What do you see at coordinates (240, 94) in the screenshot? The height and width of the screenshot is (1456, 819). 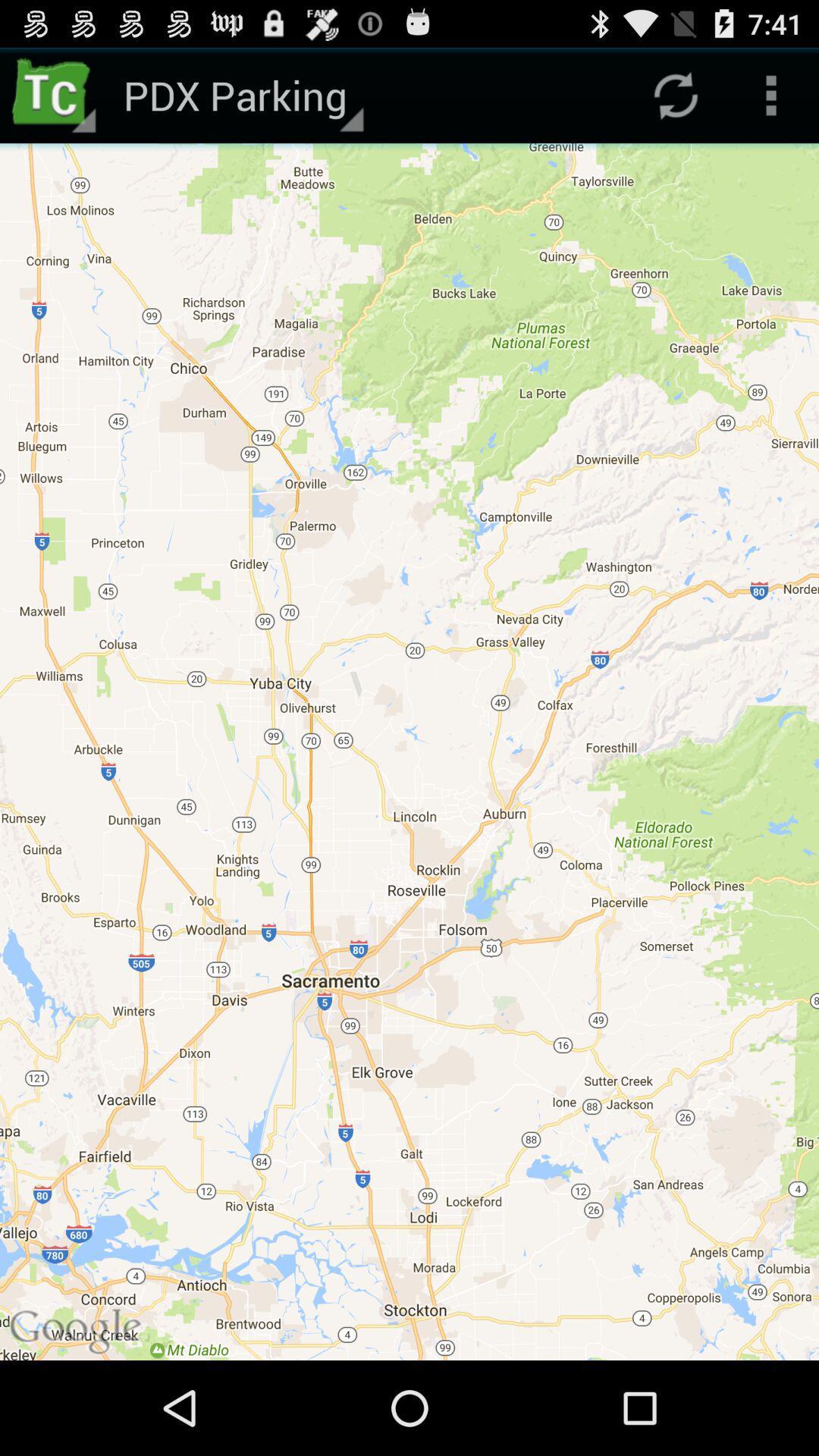 I see `the pdx parking app` at bounding box center [240, 94].